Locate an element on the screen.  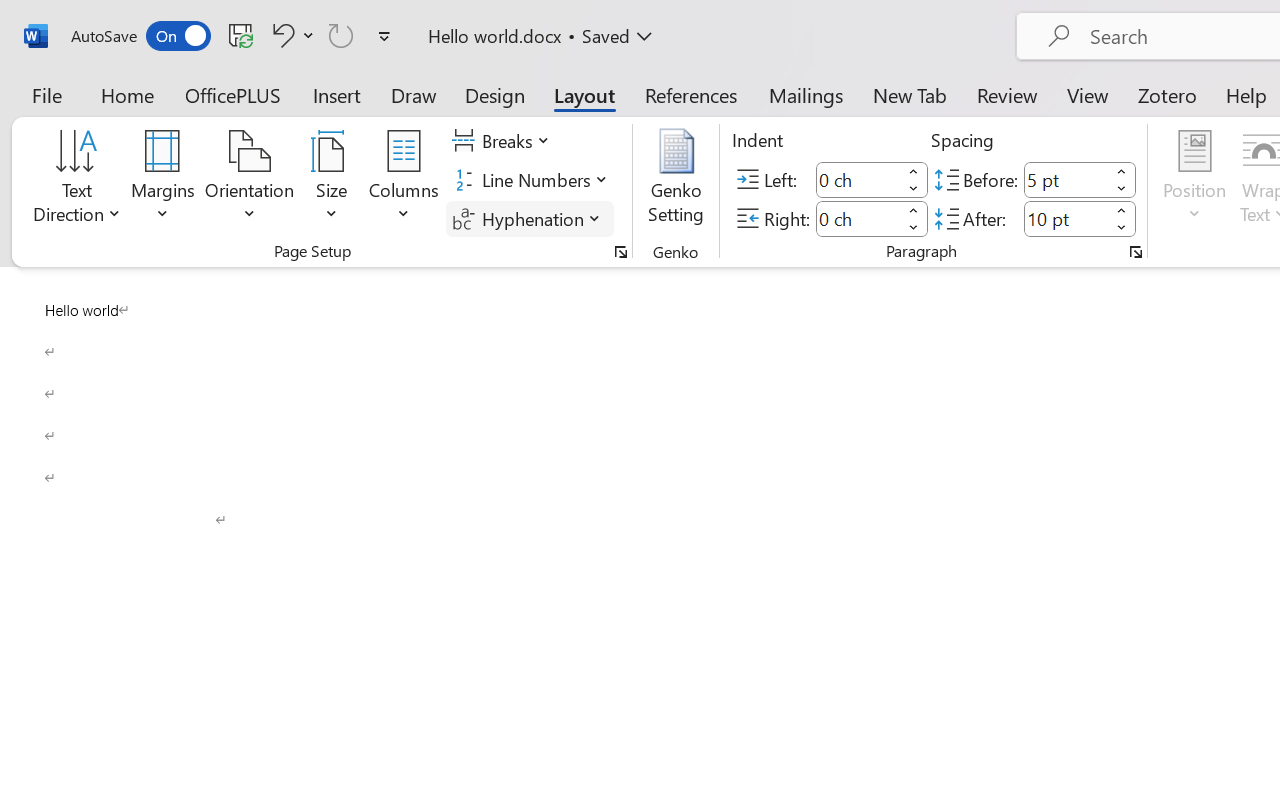
'File Tab' is located at coordinates (46, 94).